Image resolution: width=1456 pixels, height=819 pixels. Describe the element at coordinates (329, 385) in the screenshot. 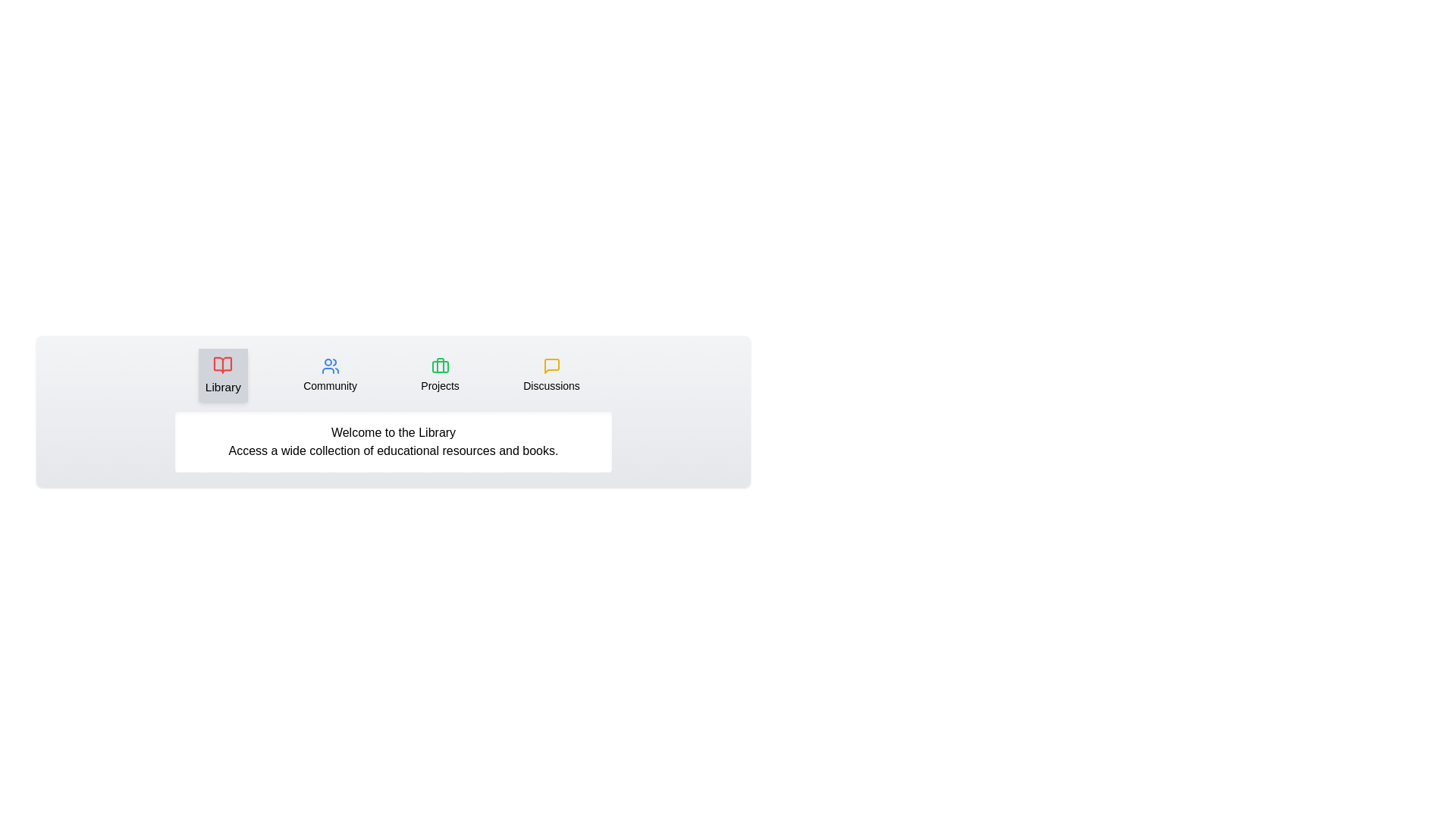

I see `the text label displaying 'Community' located in the navigation bar, positioned below the icon of people and adjacent to 'Library' and 'Projects'` at that location.